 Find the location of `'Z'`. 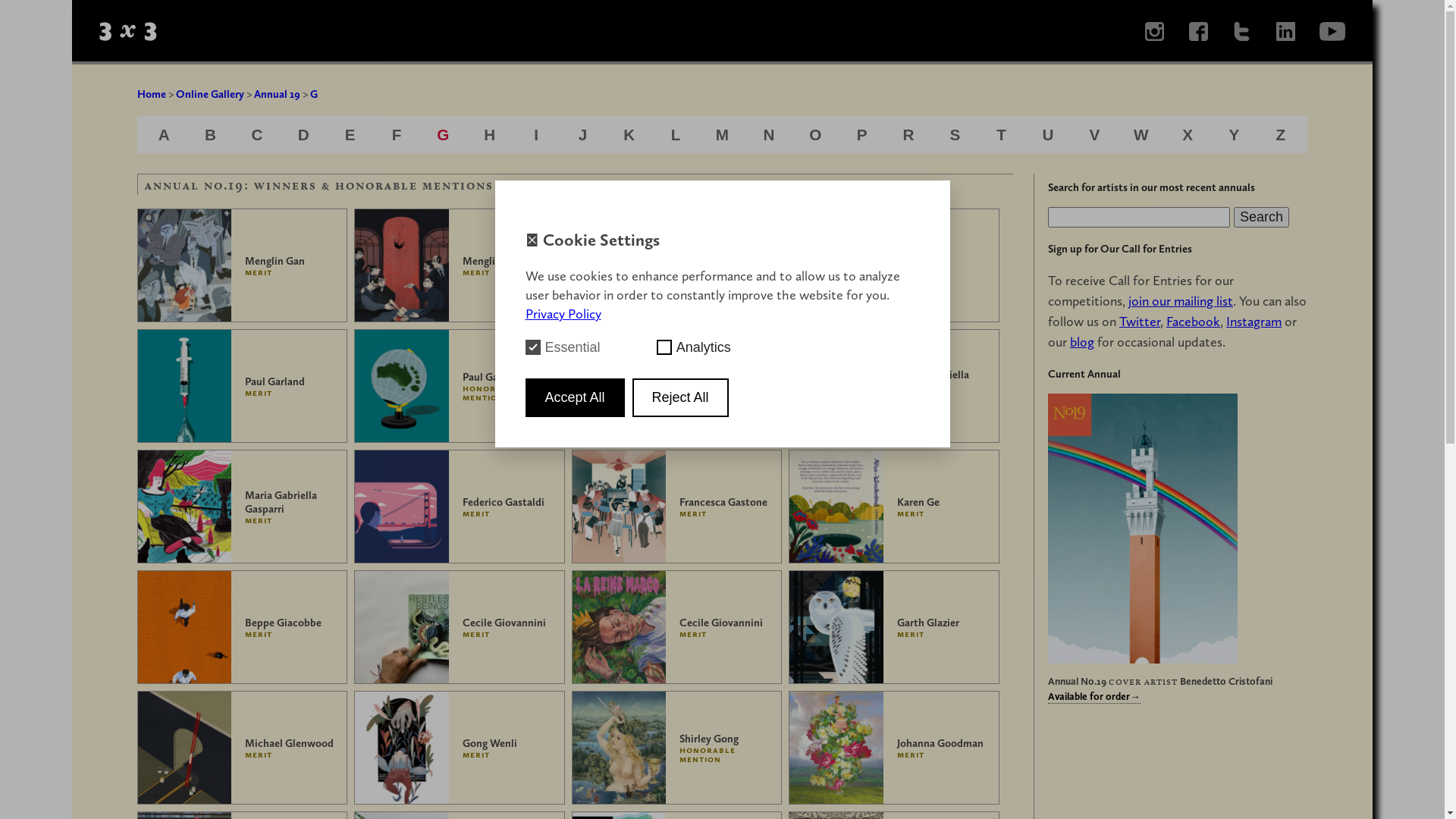

'Z' is located at coordinates (1279, 133).